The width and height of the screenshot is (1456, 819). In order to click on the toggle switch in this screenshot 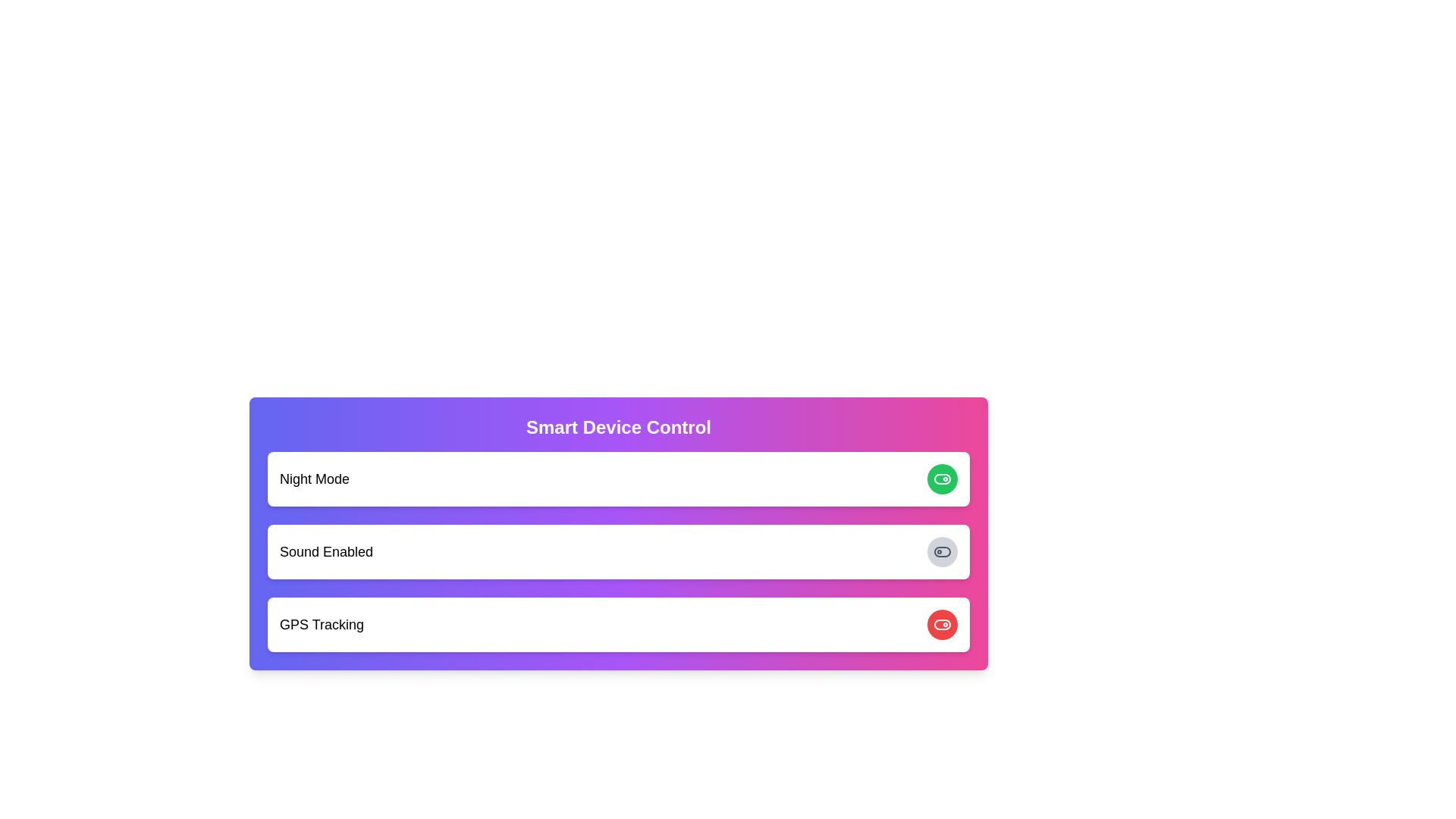, I will do `click(942, 479)`.